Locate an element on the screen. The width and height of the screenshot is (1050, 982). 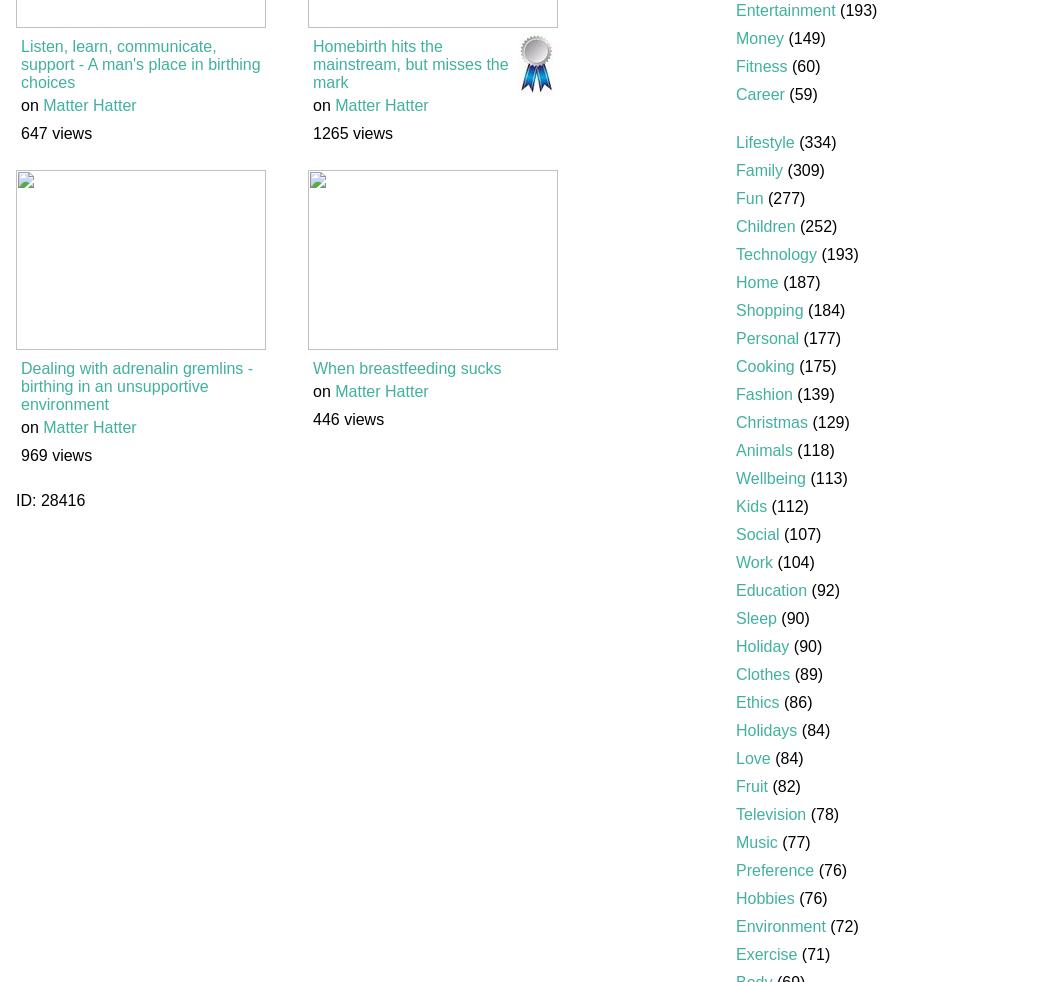
'(71)' is located at coordinates (812, 954).